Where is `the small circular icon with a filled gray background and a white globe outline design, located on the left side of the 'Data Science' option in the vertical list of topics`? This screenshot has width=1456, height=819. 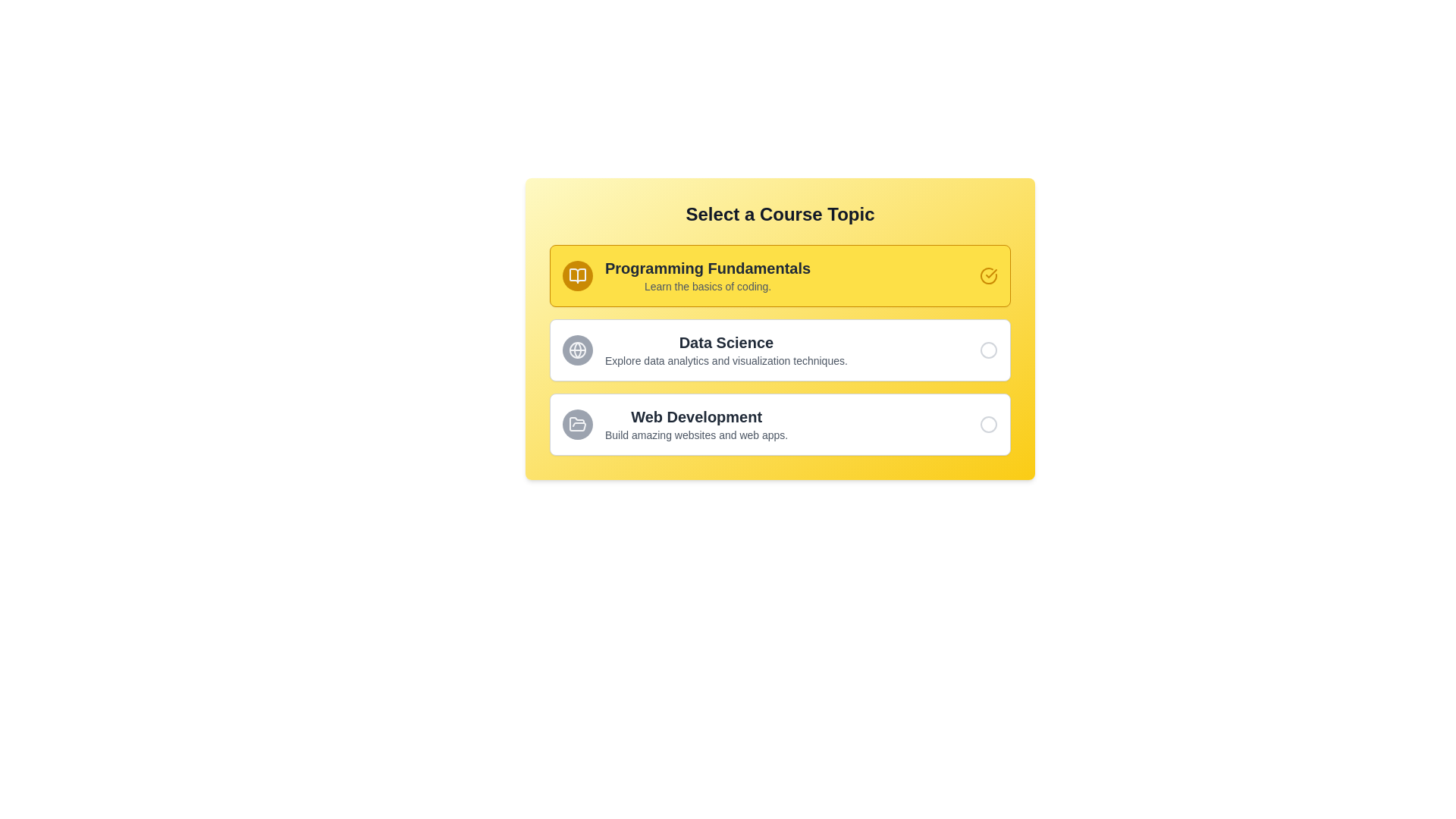
the small circular icon with a filled gray background and a white globe outline design, located on the left side of the 'Data Science' option in the vertical list of topics is located at coordinates (577, 350).